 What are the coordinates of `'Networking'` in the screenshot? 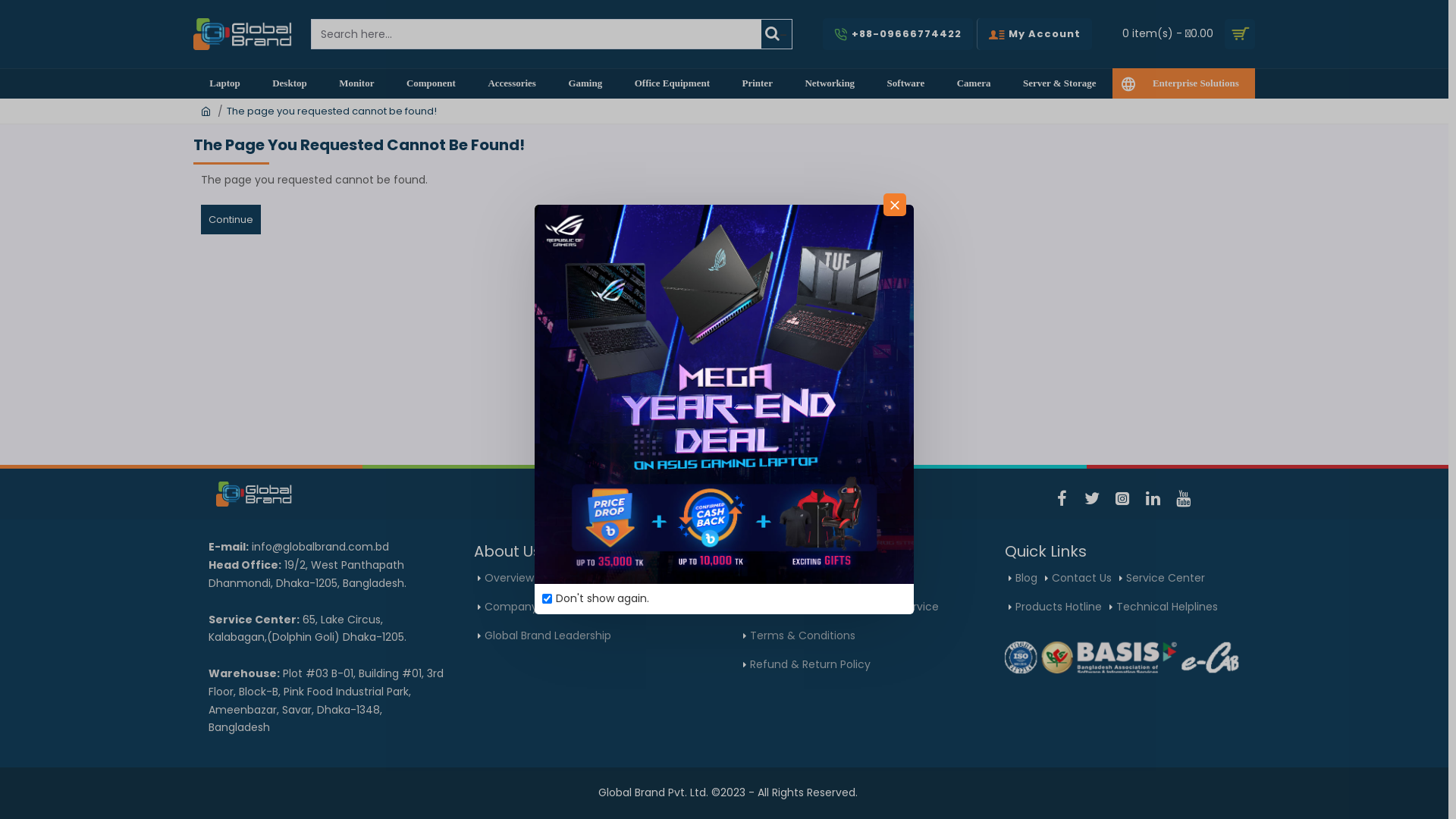 It's located at (829, 83).